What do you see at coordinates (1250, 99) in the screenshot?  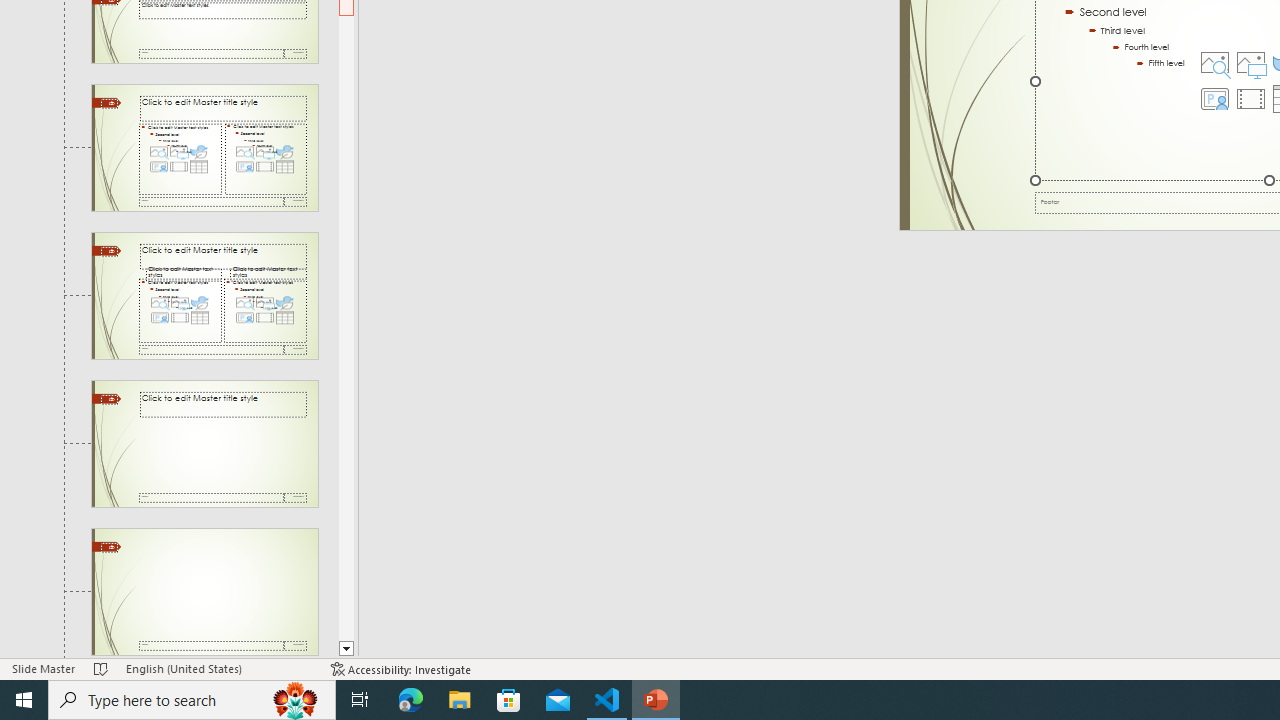 I see `'Insert Video'` at bounding box center [1250, 99].